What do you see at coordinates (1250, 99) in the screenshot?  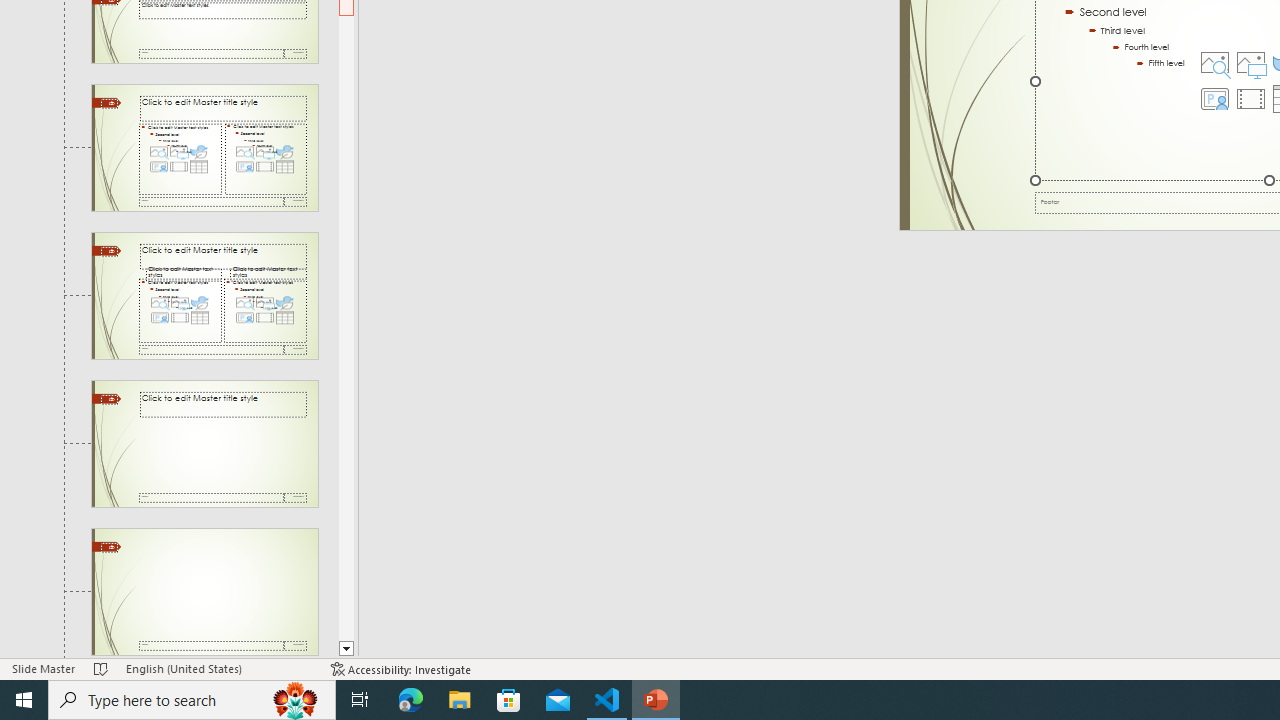 I see `'Insert Video'` at bounding box center [1250, 99].